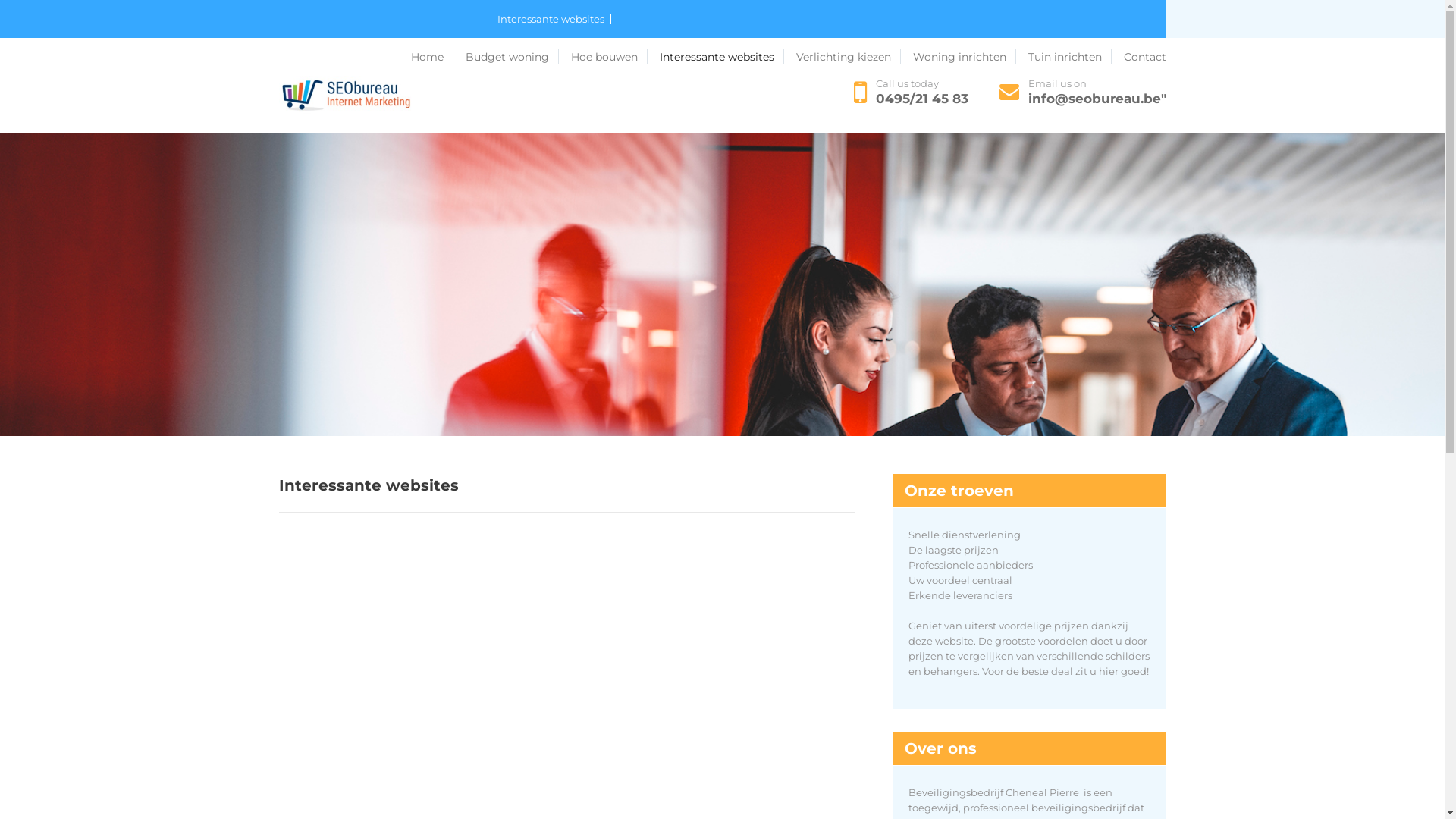  Describe the element at coordinates (1069, 55) in the screenshot. I see `'Tuin inrichten'` at that location.